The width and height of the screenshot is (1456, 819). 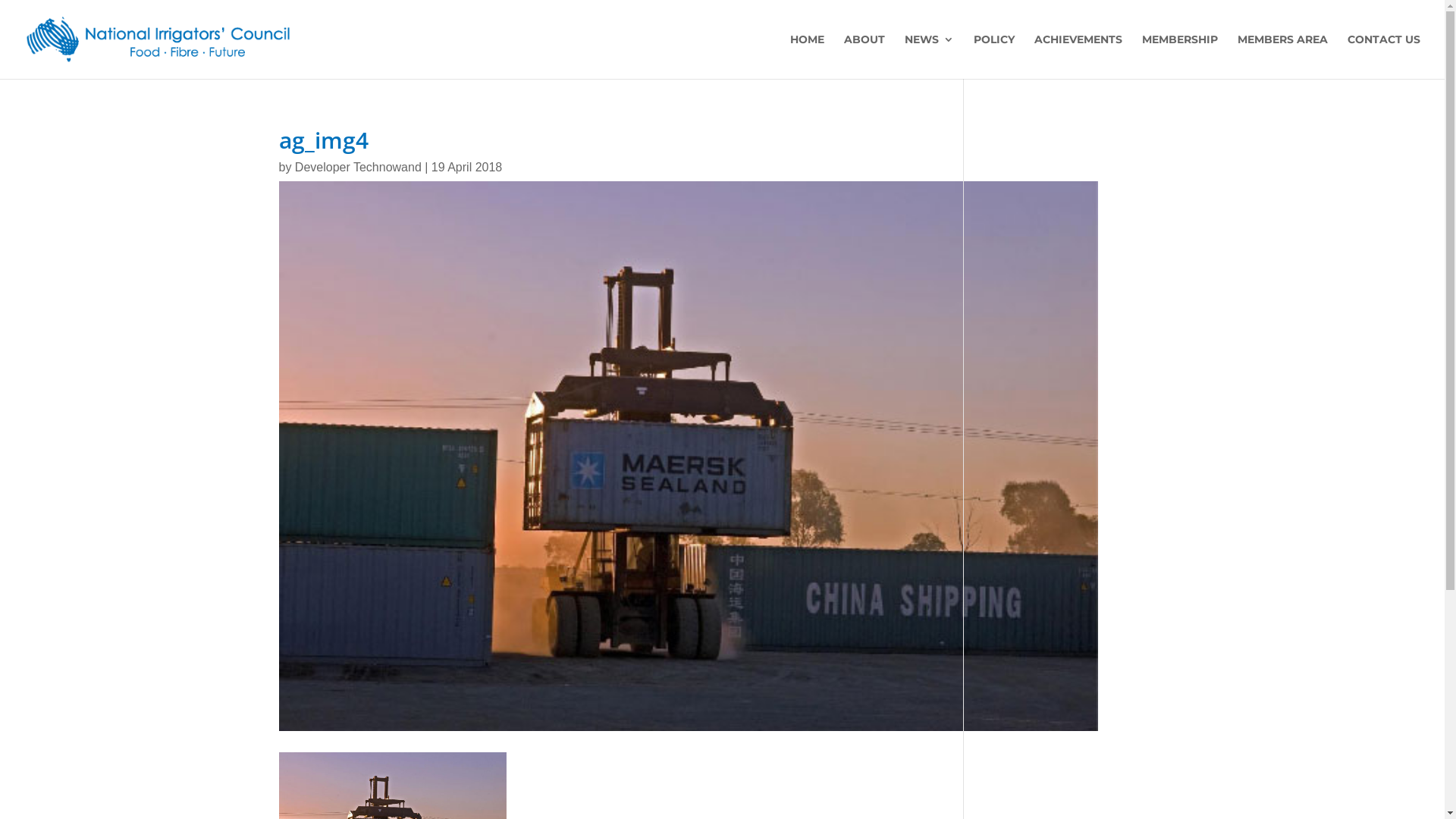 What do you see at coordinates (1282, 55) in the screenshot?
I see `'MEMBERS AREA'` at bounding box center [1282, 55].